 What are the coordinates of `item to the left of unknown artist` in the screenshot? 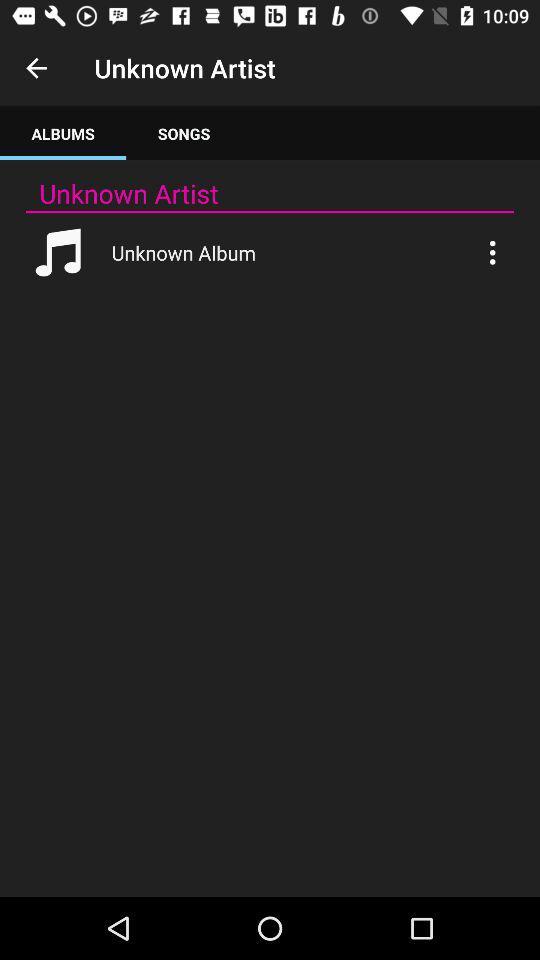 It's located at (36, 68).